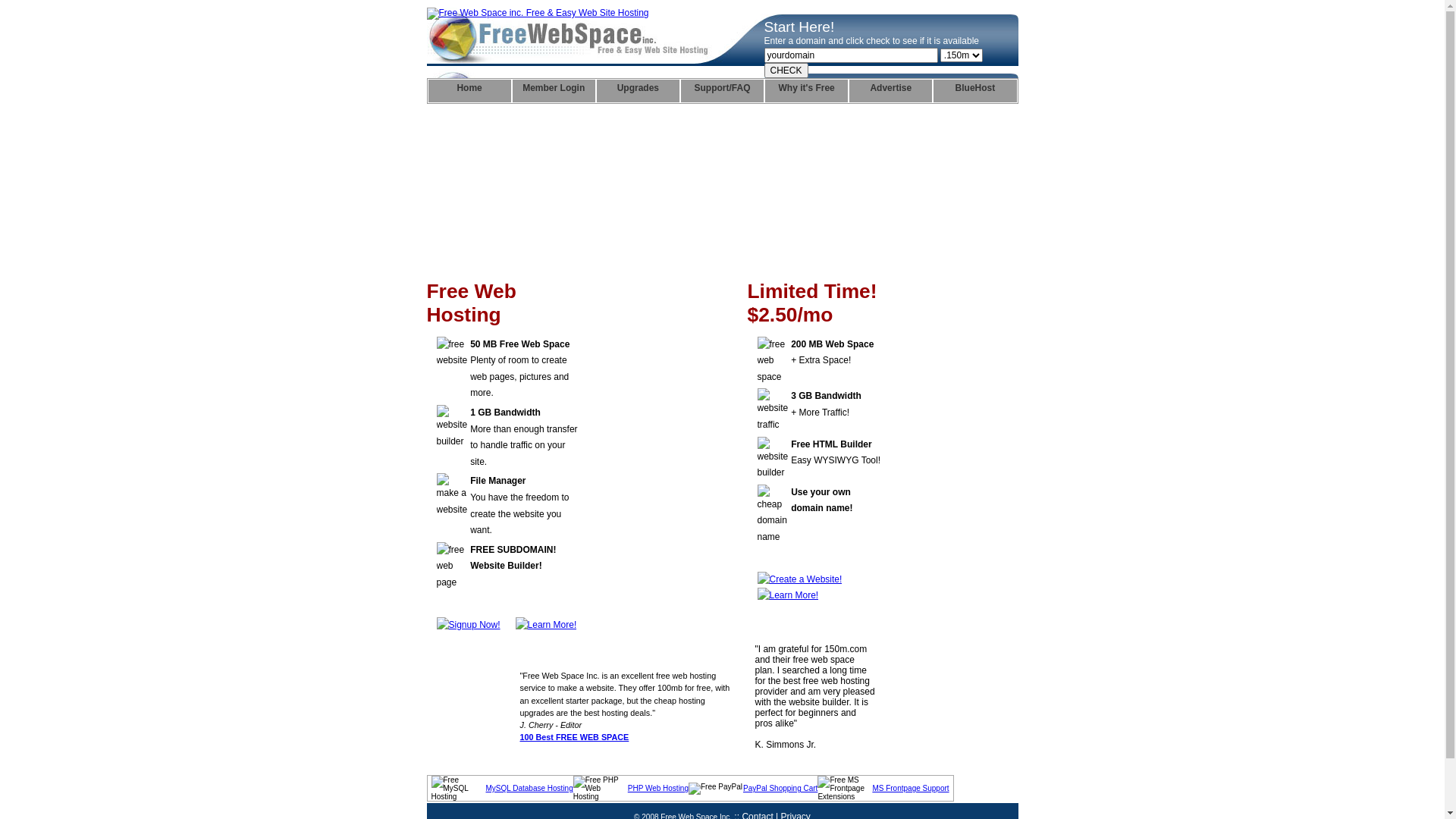  What do you see at coordinates (780, 787) in the screenshot?
I see `'PayPal Shopping Cart'` at bounding box center [780, 787].